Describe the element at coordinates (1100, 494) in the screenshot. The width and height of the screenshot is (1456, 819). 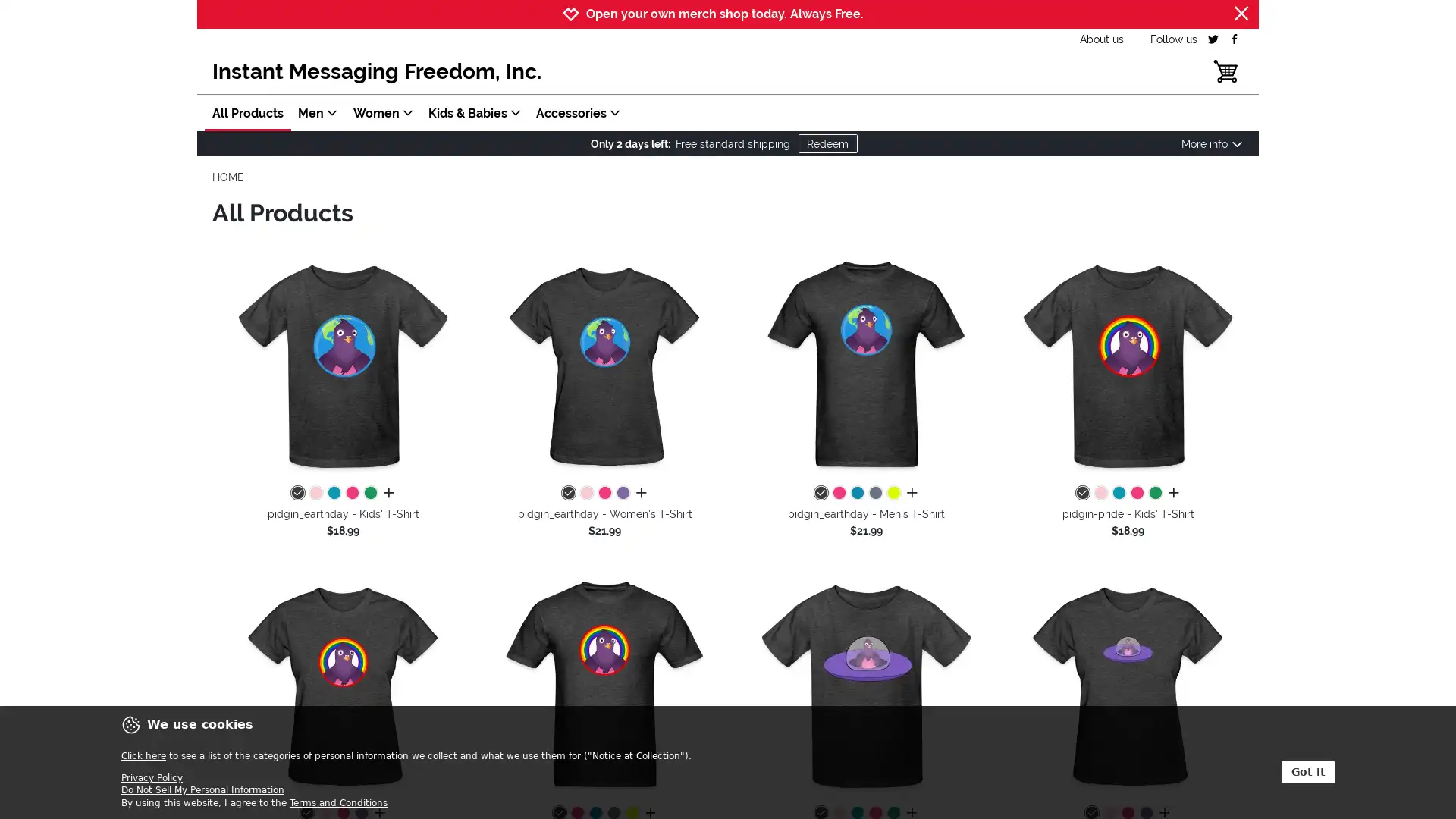
I see `pink` at that location.